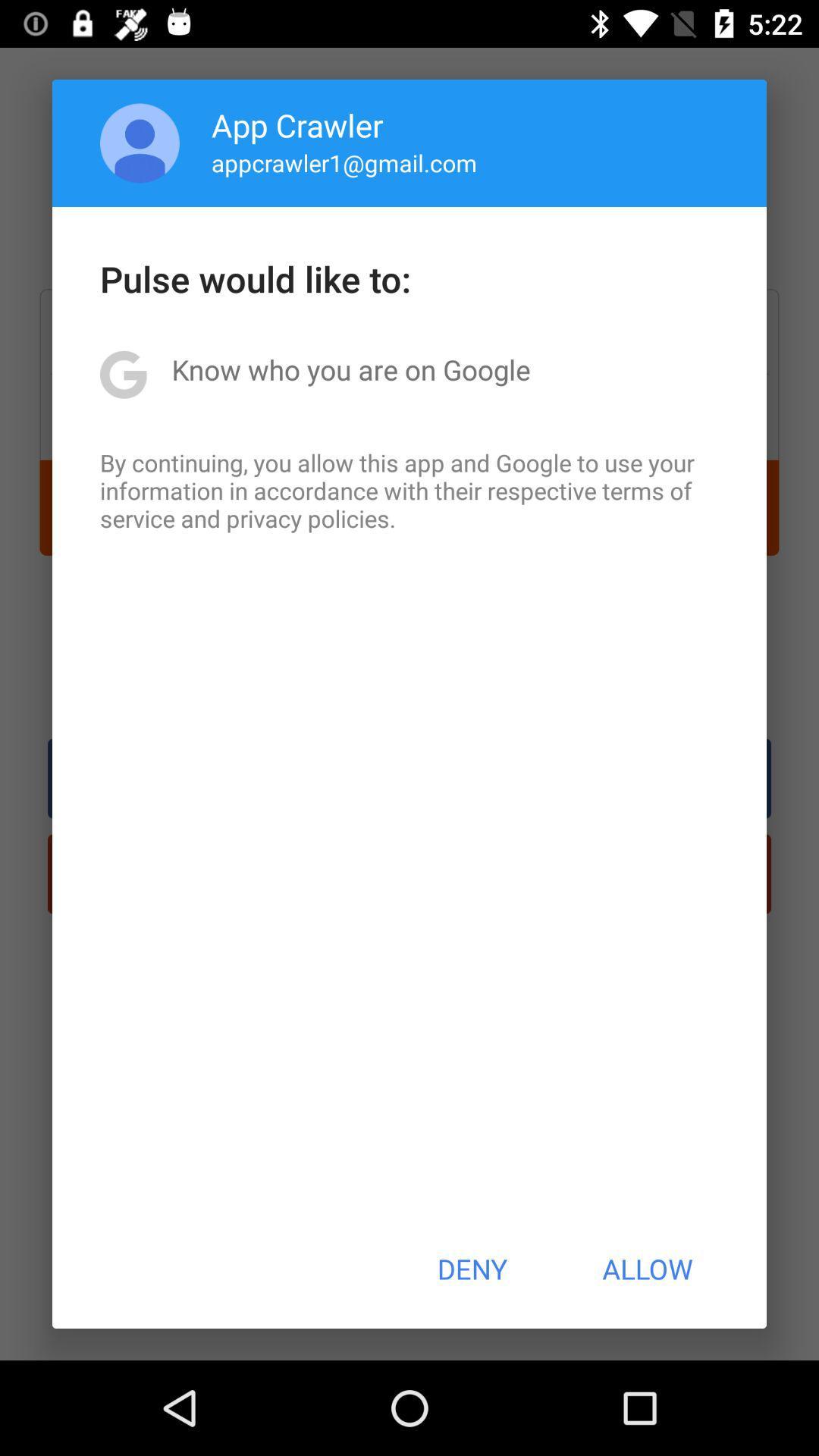 The width and height of the screenshot is (819, 1456). What do you see at coordinates (471, 1269) in the screenshot?
I see `the icon below the by continuing you icon` at bounding box center [471, 1269].